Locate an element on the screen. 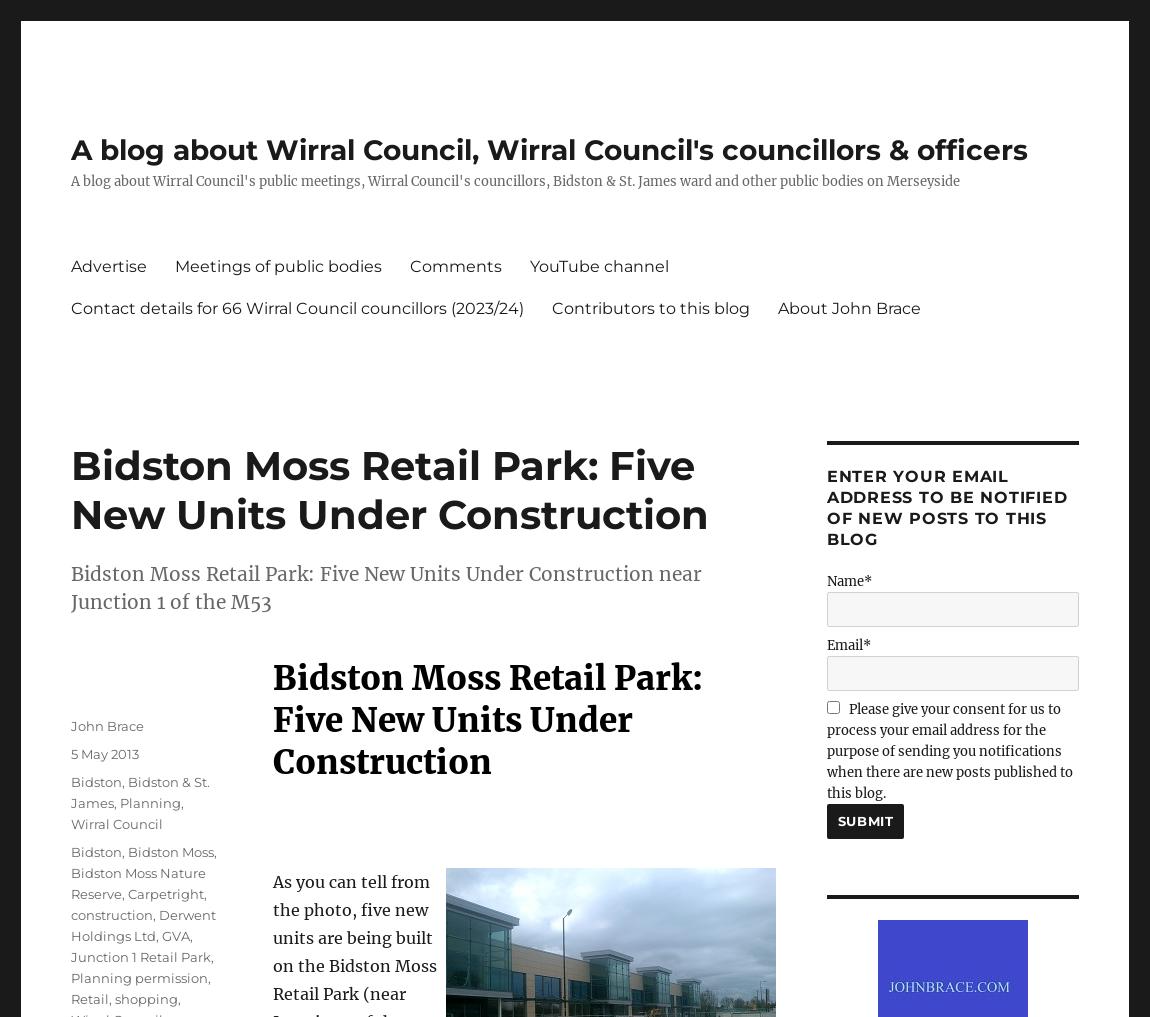  'About John Brace' is located at coordinates (848, 307).